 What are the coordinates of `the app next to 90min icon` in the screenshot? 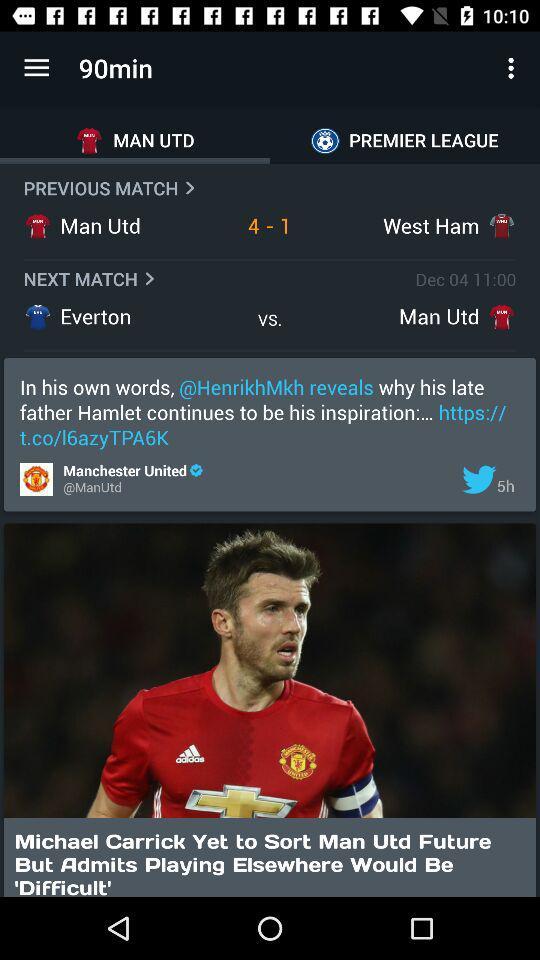 It's located at (36, 68).